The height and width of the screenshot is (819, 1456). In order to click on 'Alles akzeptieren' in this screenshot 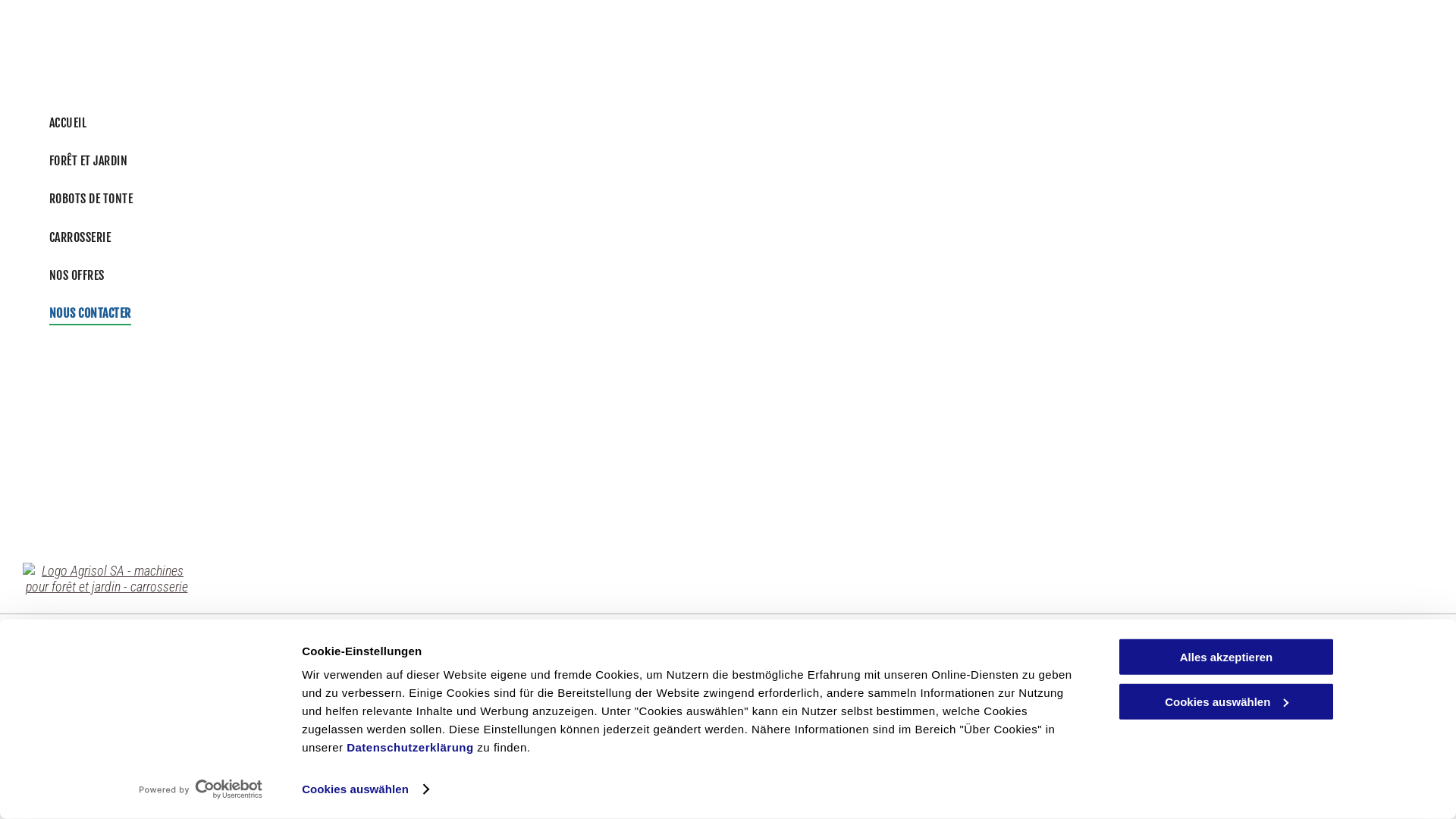, I will do `click(1117, 656)`.